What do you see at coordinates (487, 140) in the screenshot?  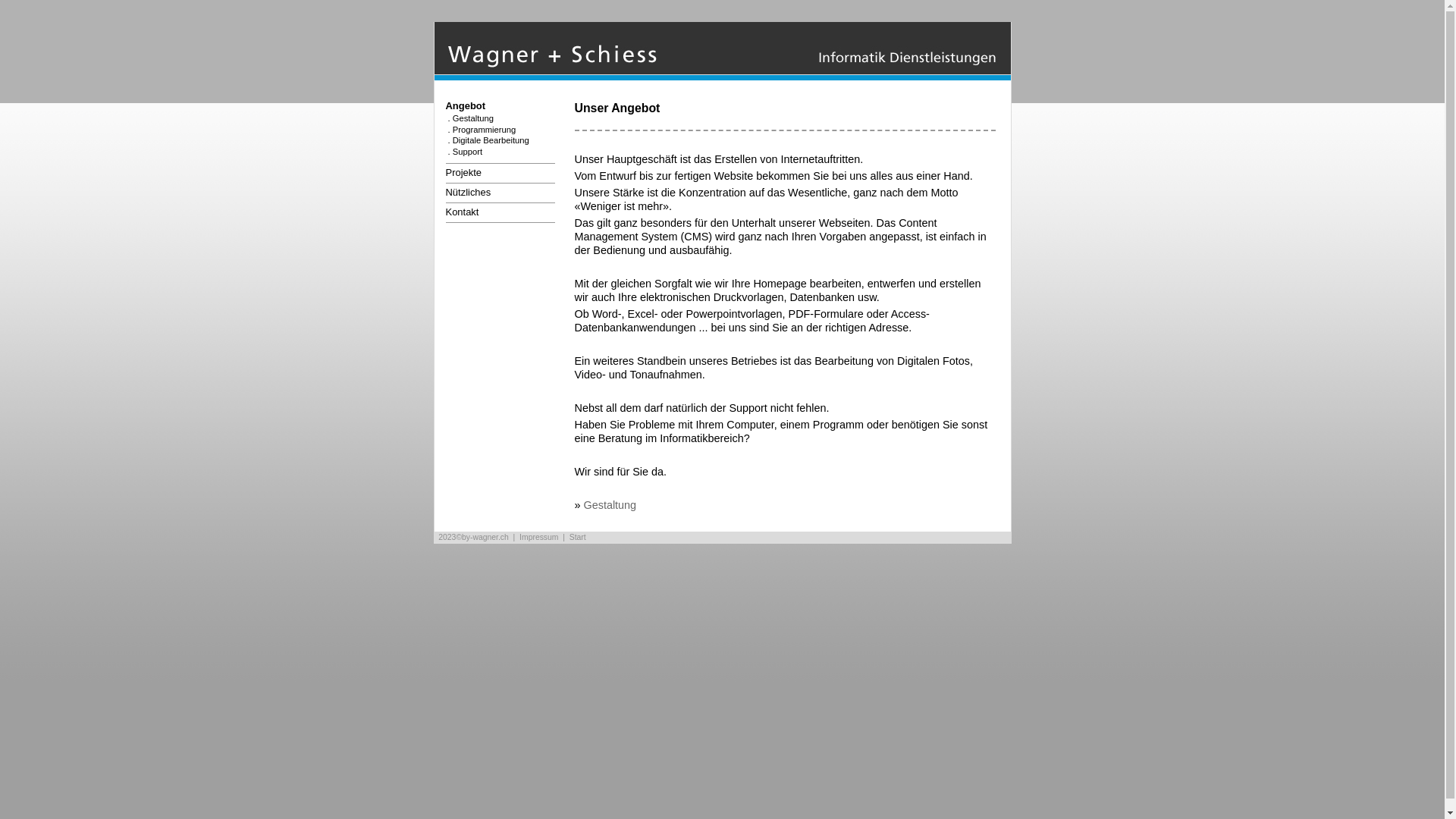 I see `'. Digitale Bearbeitung'` at bounding box center [487, 140].